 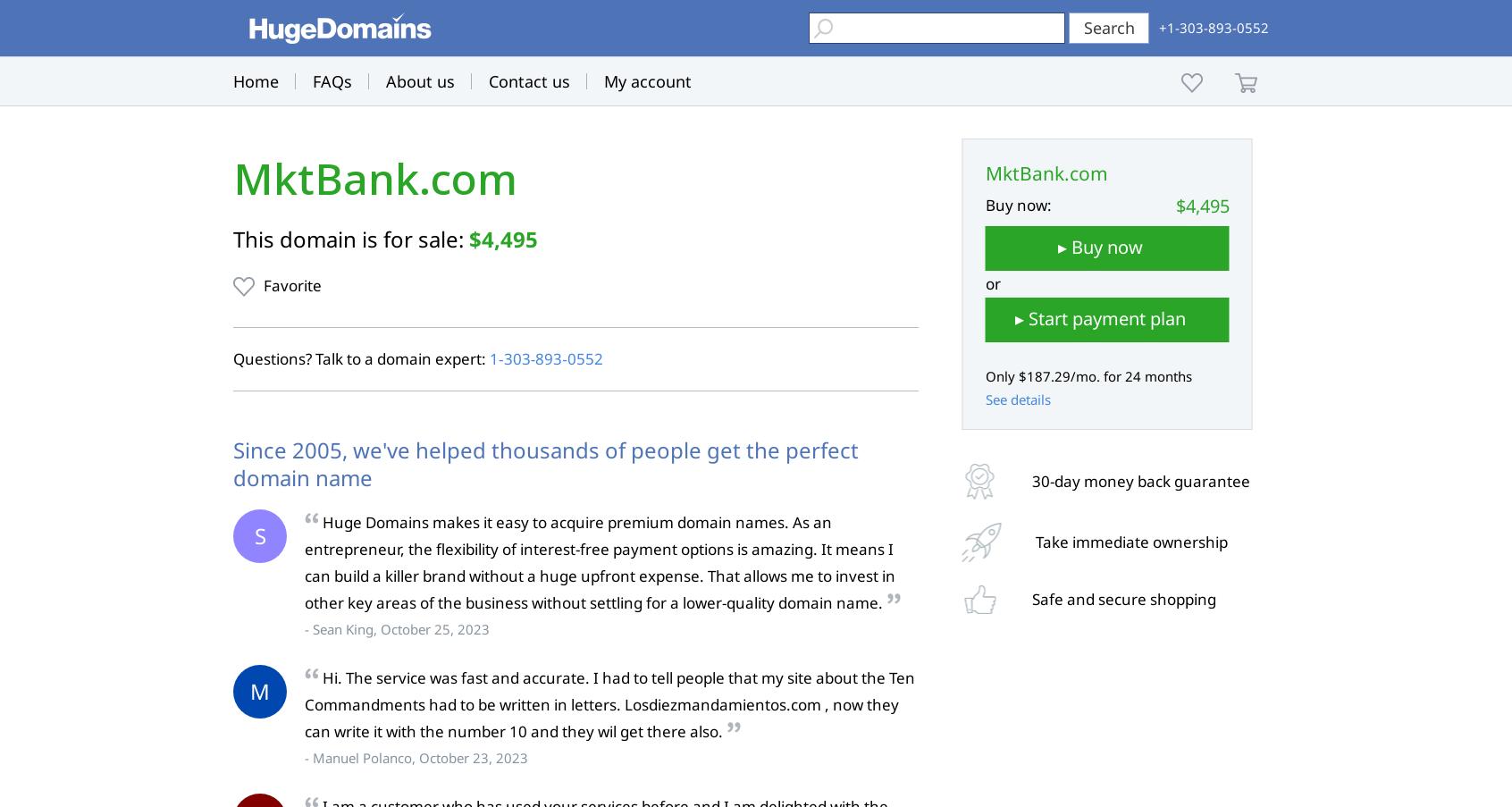 What do you see at coordinates (351, 238) in the screenshot?
I see `'This domain is for sale:'` at bounding box center [351, 238].